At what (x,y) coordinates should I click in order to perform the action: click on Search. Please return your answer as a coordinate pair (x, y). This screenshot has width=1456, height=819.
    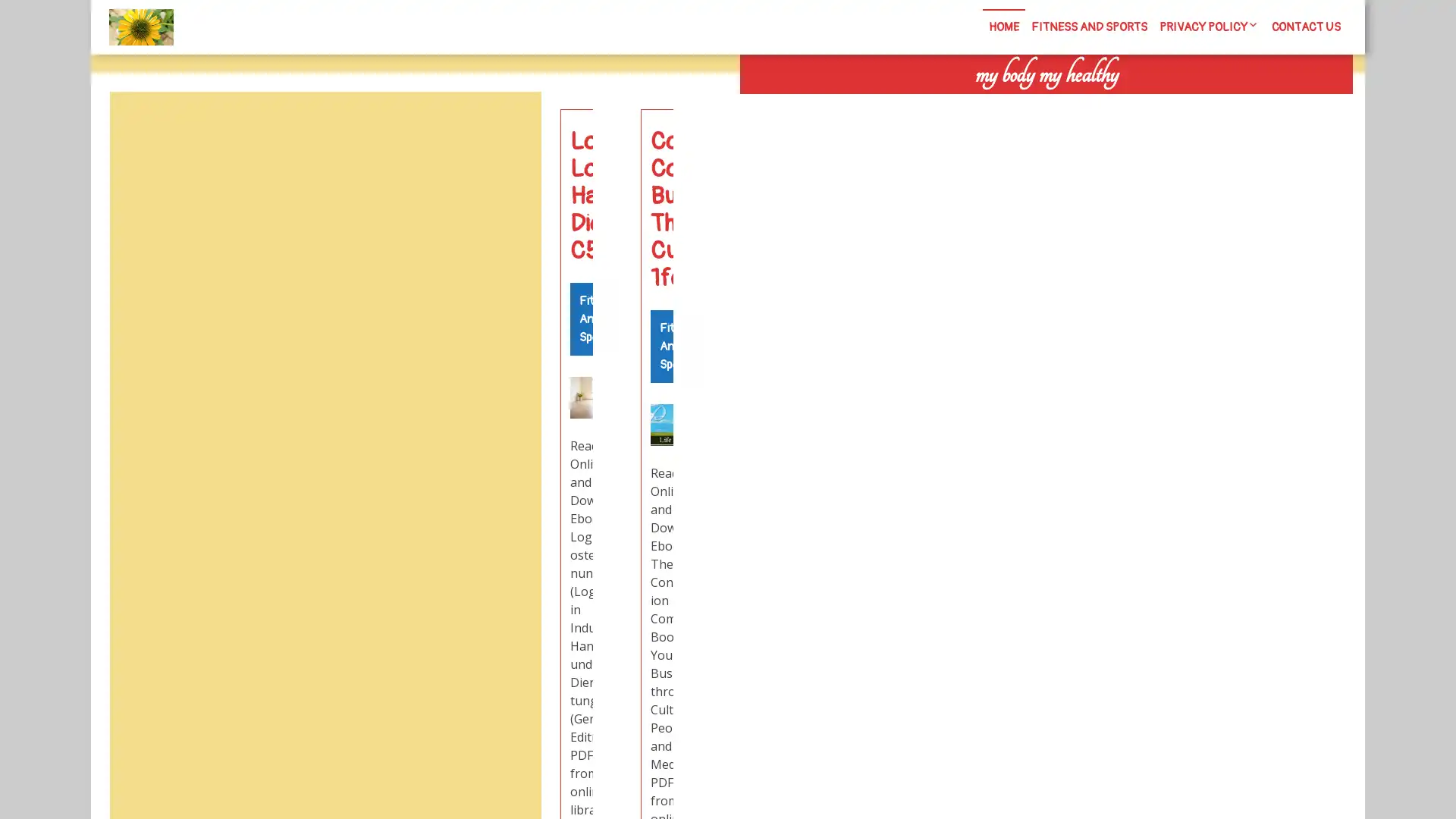
    Looking at the image, I should click on (1181, 106).